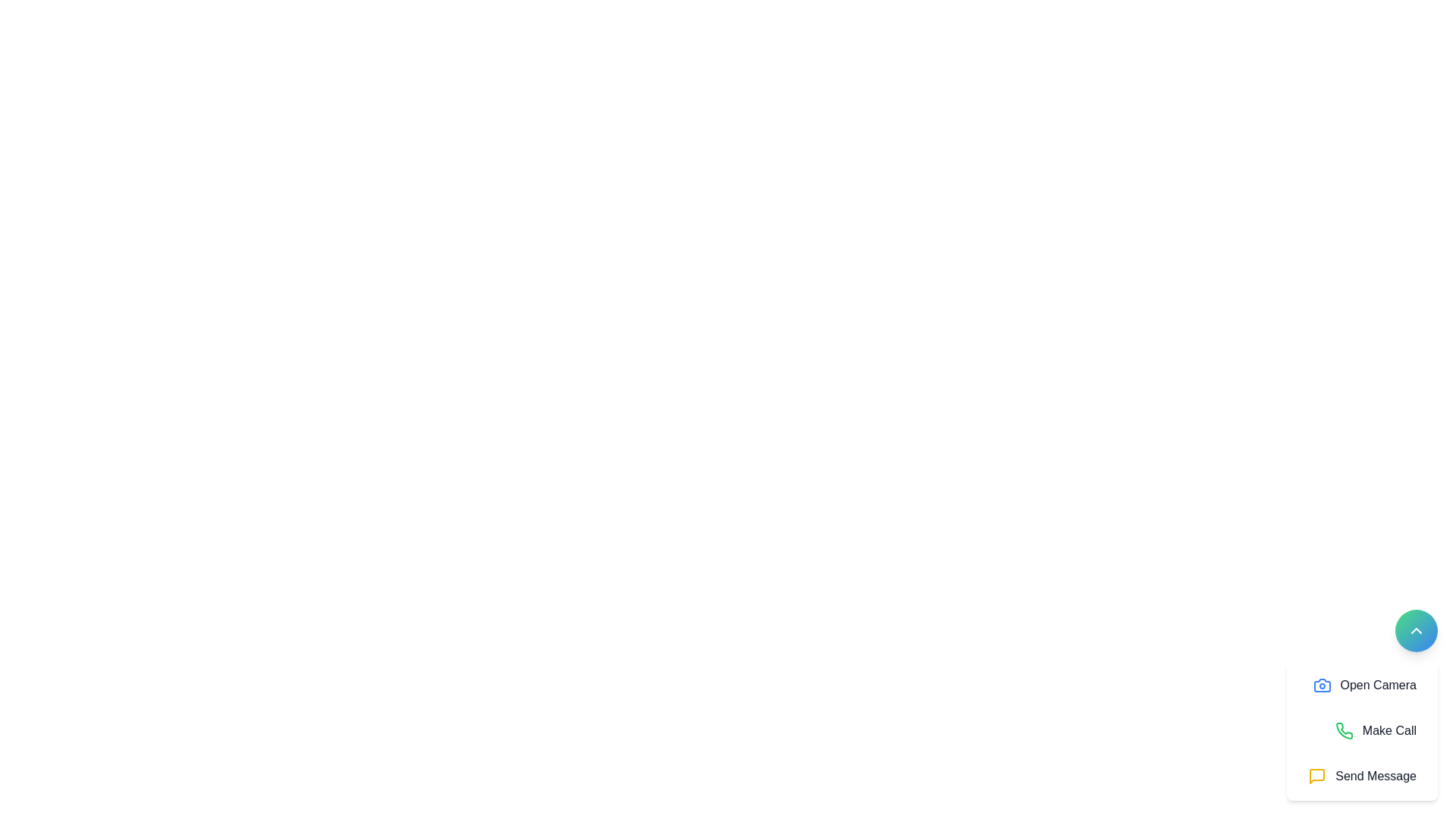  I want to click on the actionable 'Send Message' text label located at the bottom of the vertical list, below the green 'Make Call' item, so click(1376, 776).